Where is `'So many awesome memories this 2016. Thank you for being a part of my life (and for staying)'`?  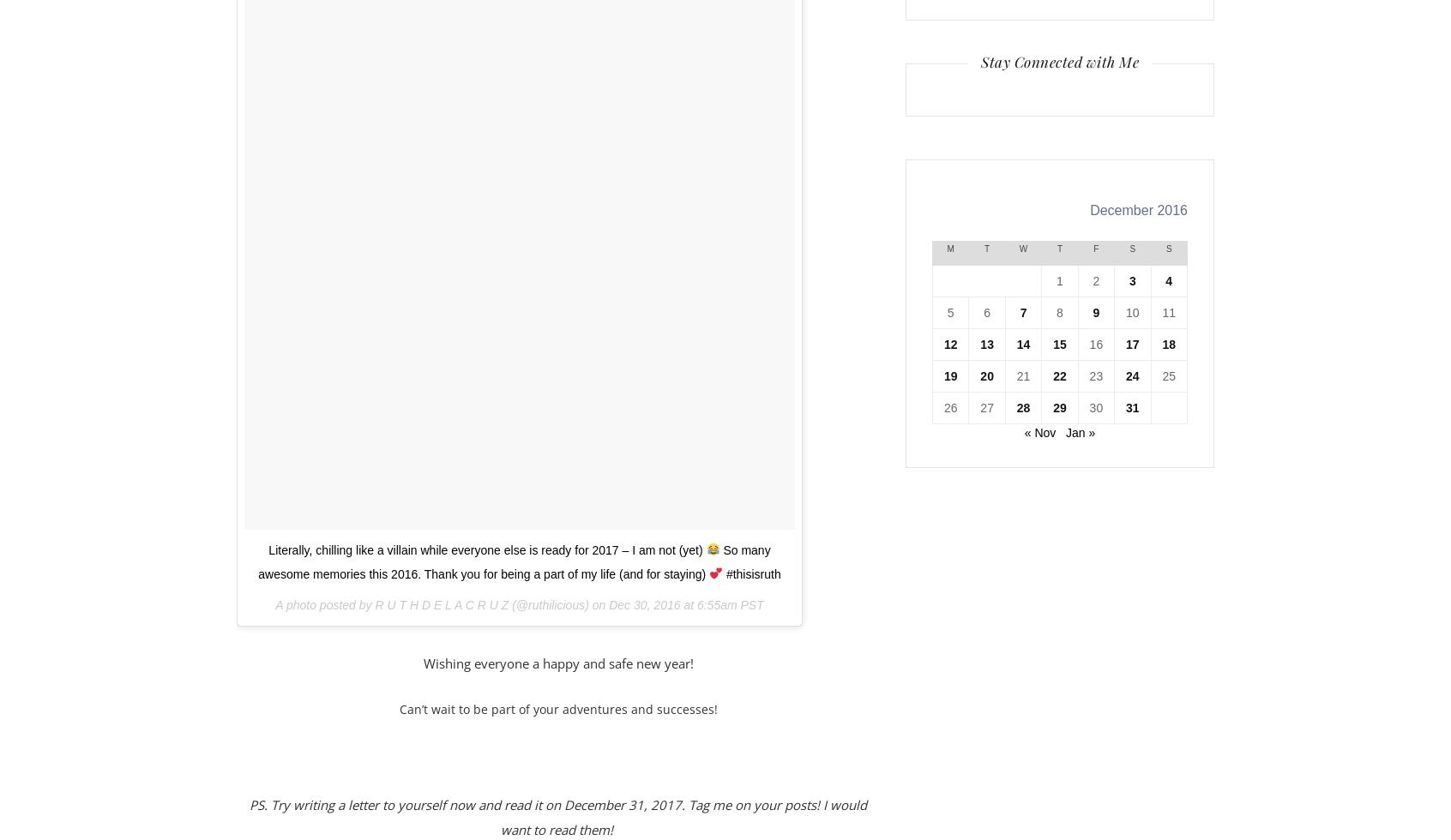
'So many awesome memories this 2016. Thank you for being a part of my life (and for staying)' is located at coordinates (513, 561).